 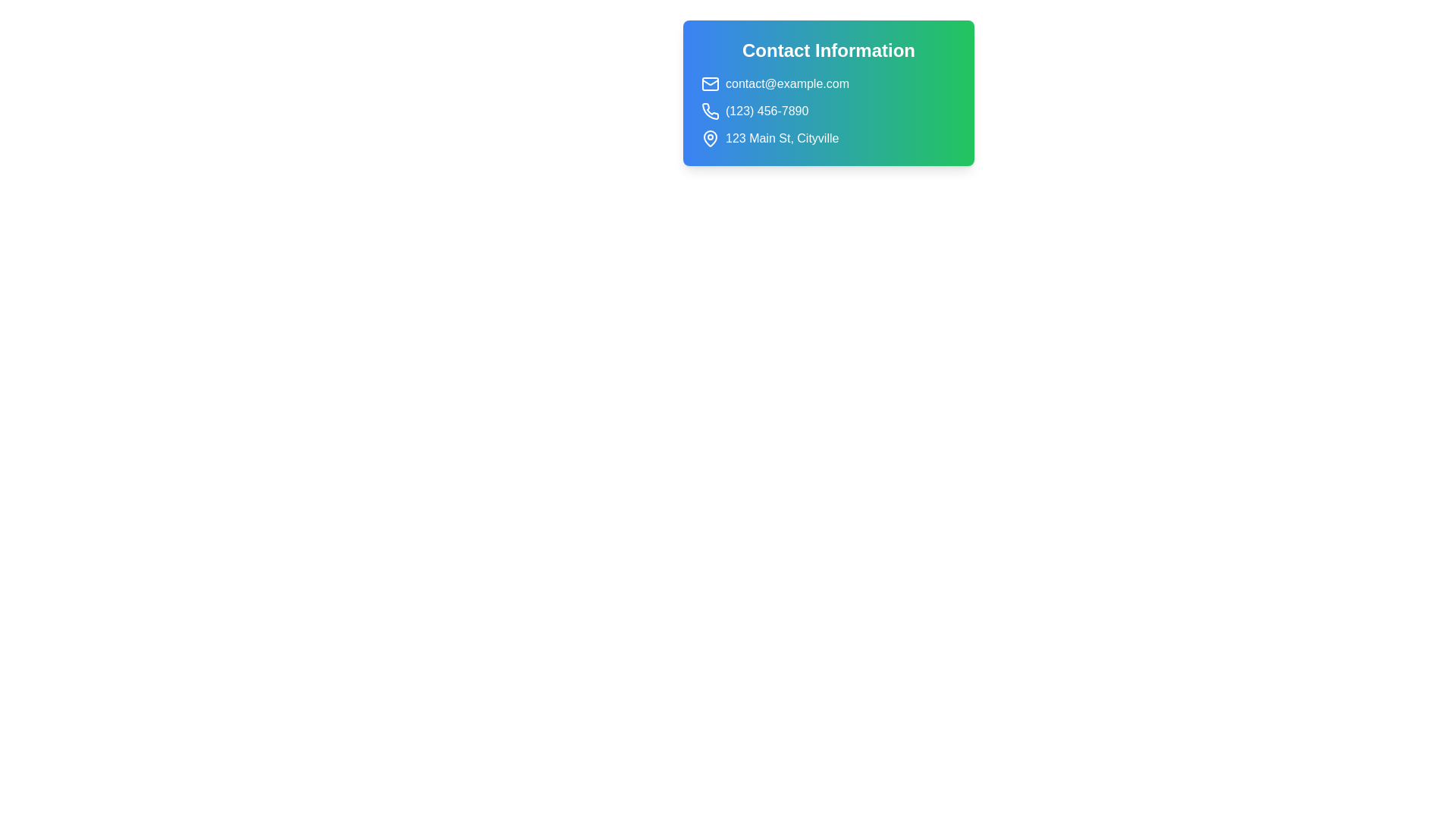 What do you see at coordinates (709, 84) in the screenshot?
I see `the mail envelope icon that is located to the left of the email address 'contact@example.com'` at bounding box center [709, 84].